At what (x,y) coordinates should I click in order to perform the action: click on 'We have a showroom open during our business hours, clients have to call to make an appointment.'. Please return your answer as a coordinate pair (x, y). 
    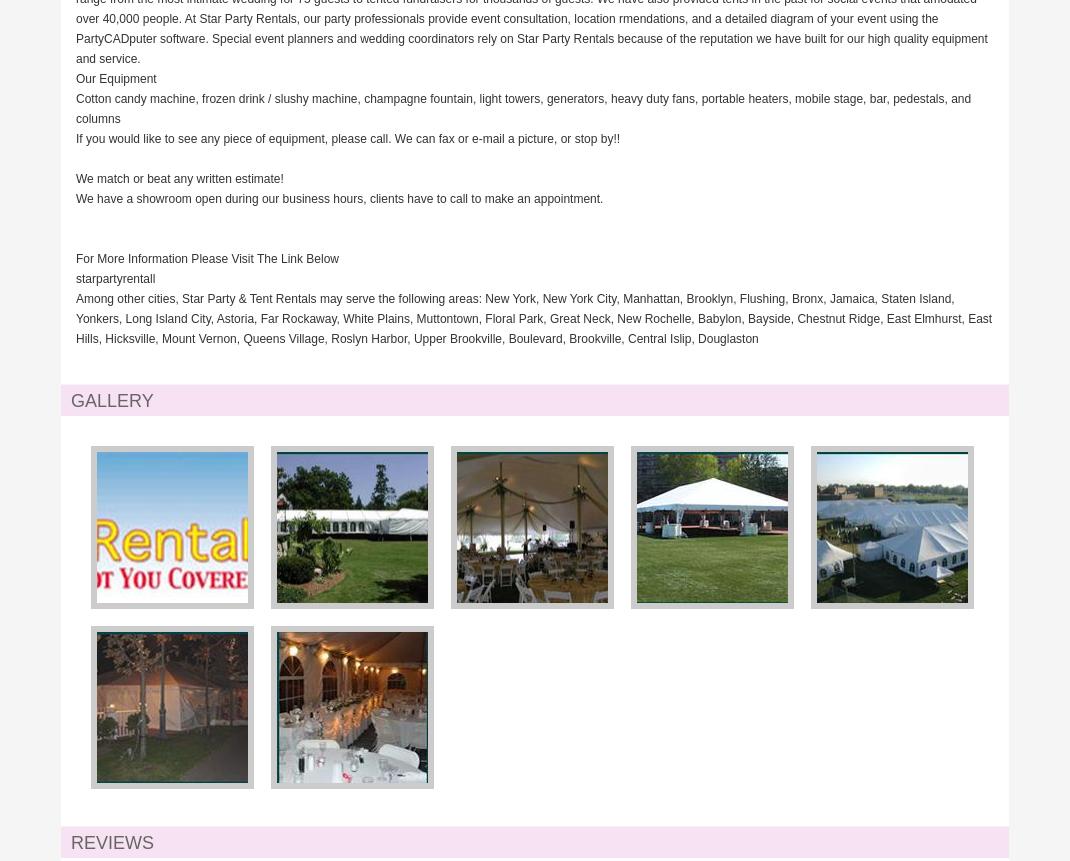
    Looking at the image, I should click on (339, 197).